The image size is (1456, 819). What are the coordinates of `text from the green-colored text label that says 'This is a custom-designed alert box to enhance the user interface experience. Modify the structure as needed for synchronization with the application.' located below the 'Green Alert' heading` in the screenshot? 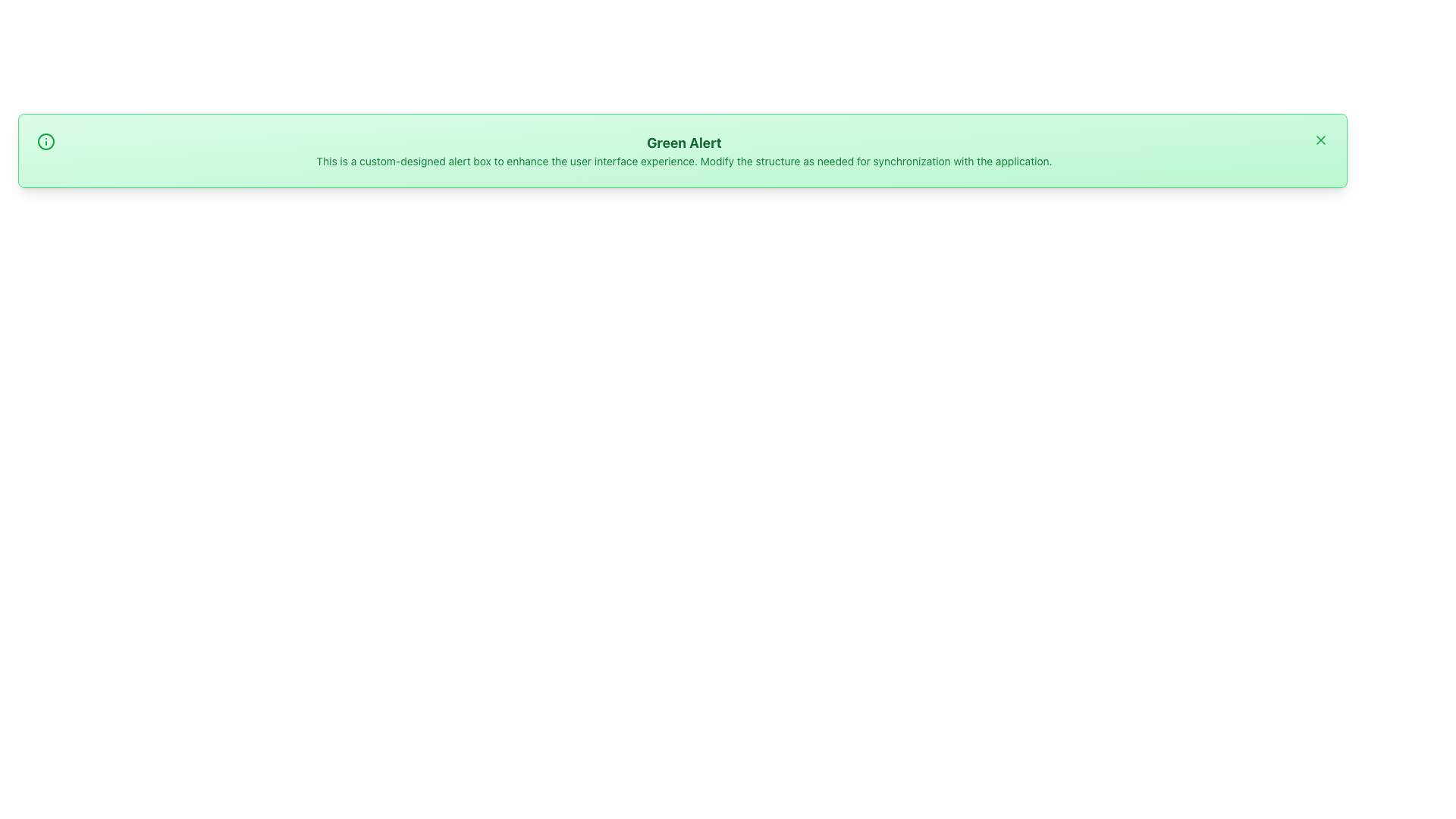 It's located at (683, 161).